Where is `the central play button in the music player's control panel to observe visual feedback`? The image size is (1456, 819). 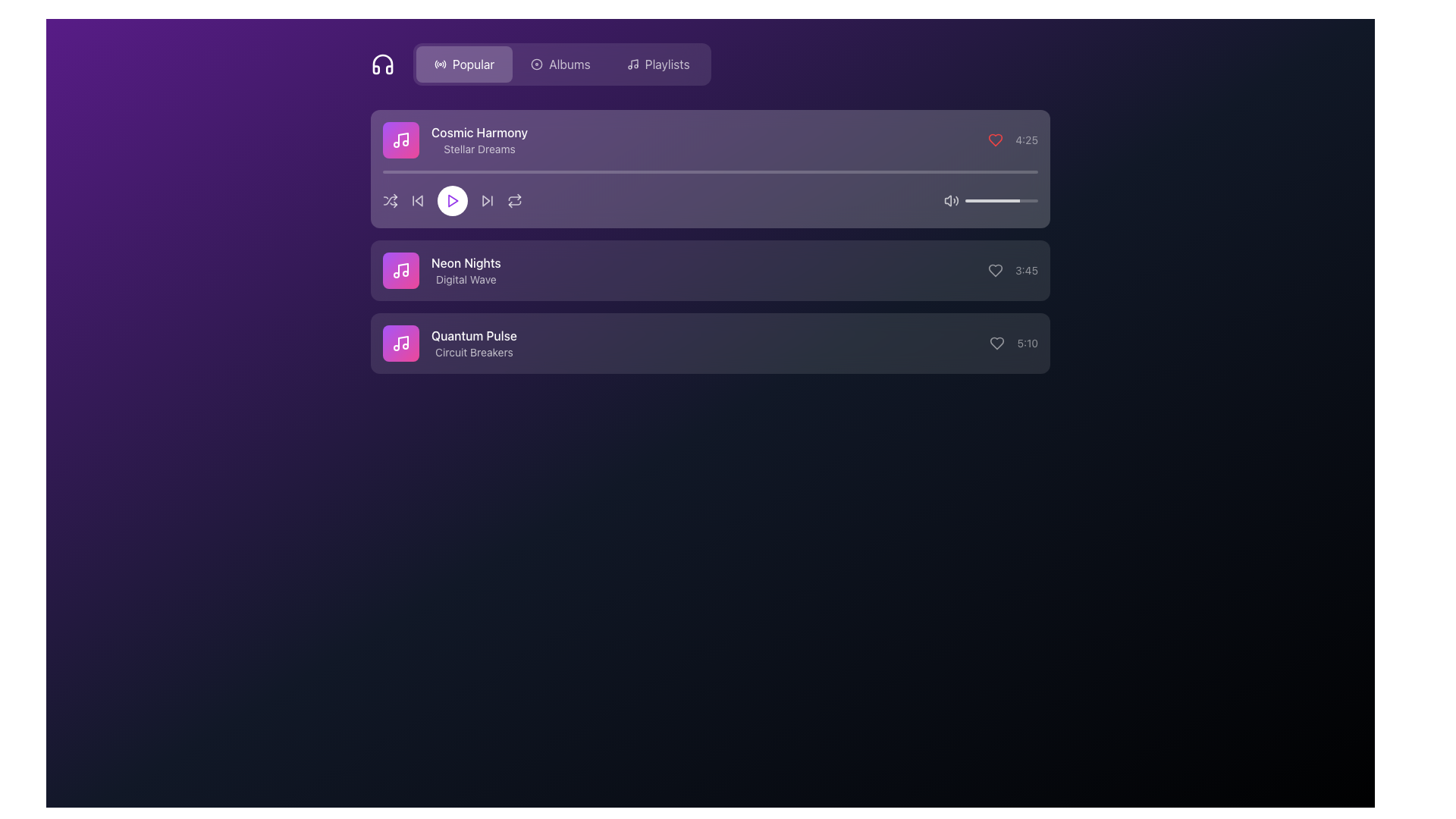 the central play button in the music player's control panel to observe visual feedback is located at coordinates (451, 200).